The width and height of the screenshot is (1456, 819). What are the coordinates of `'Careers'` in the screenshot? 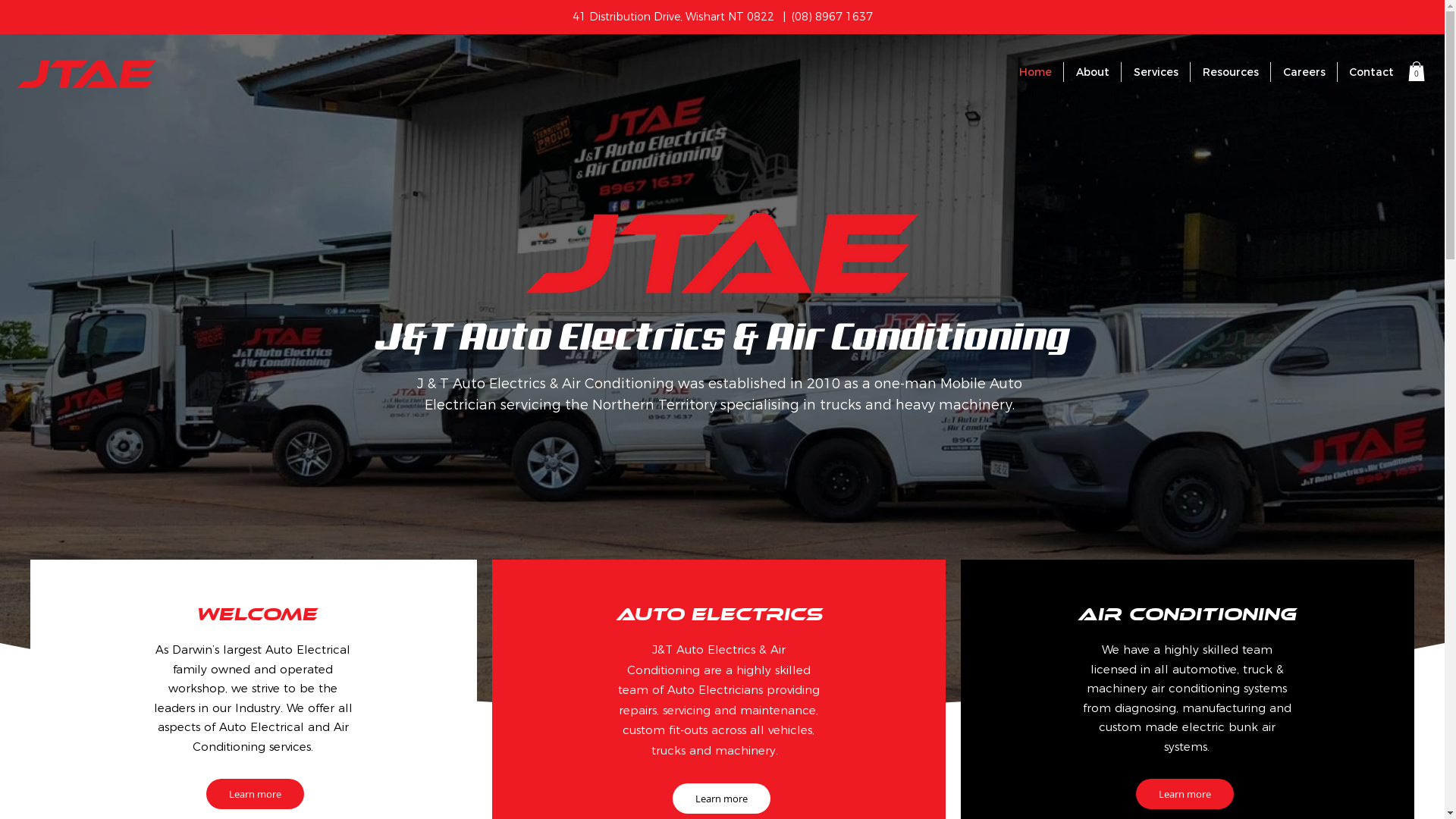 It's located at (1303, 72).